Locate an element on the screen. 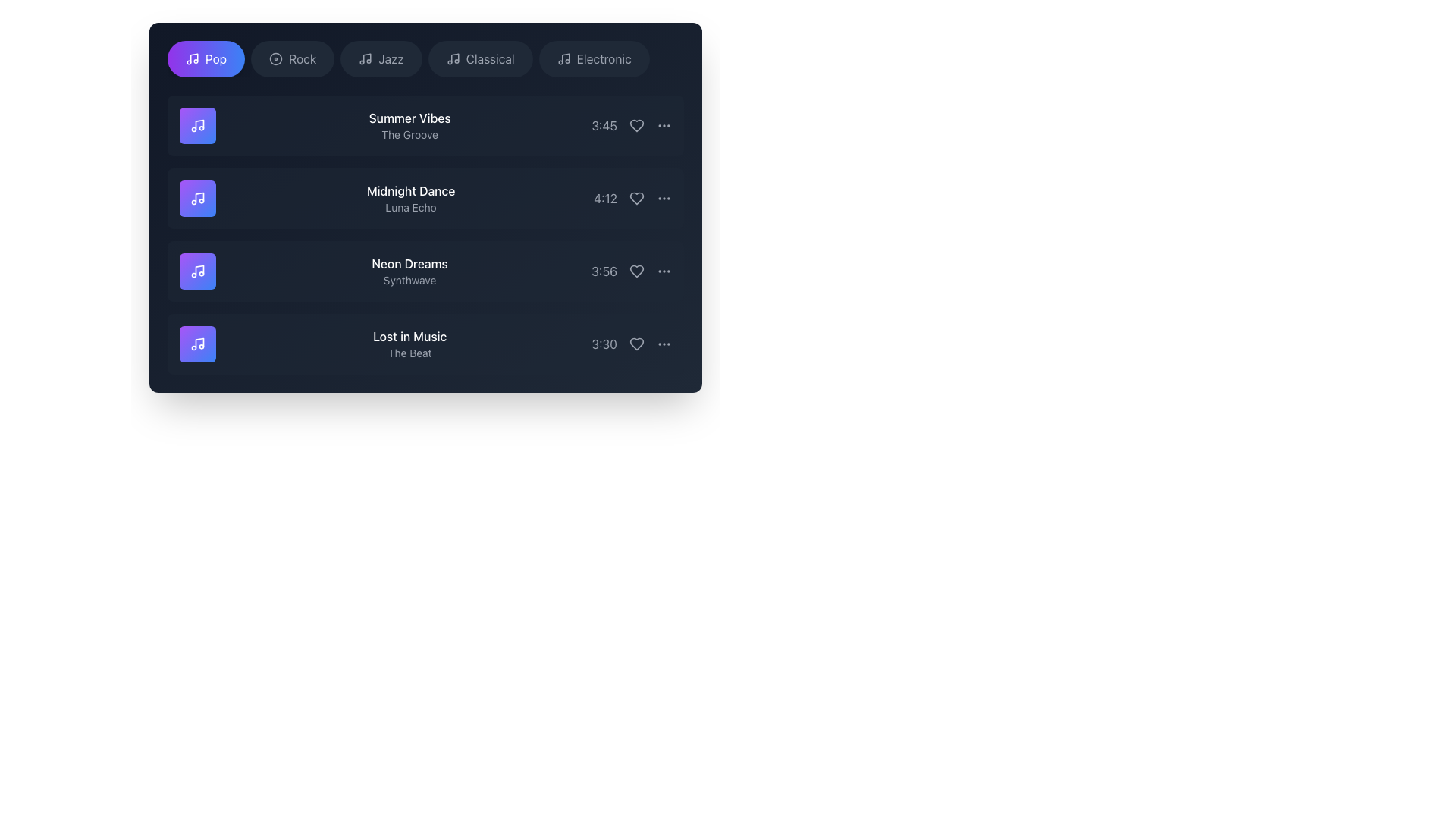  the 'Jazz' button, which is a rounded rectangle with a dark gray background and lighter gray text, located in the top horizontal list of music categories is located at coordinates (381, 58).